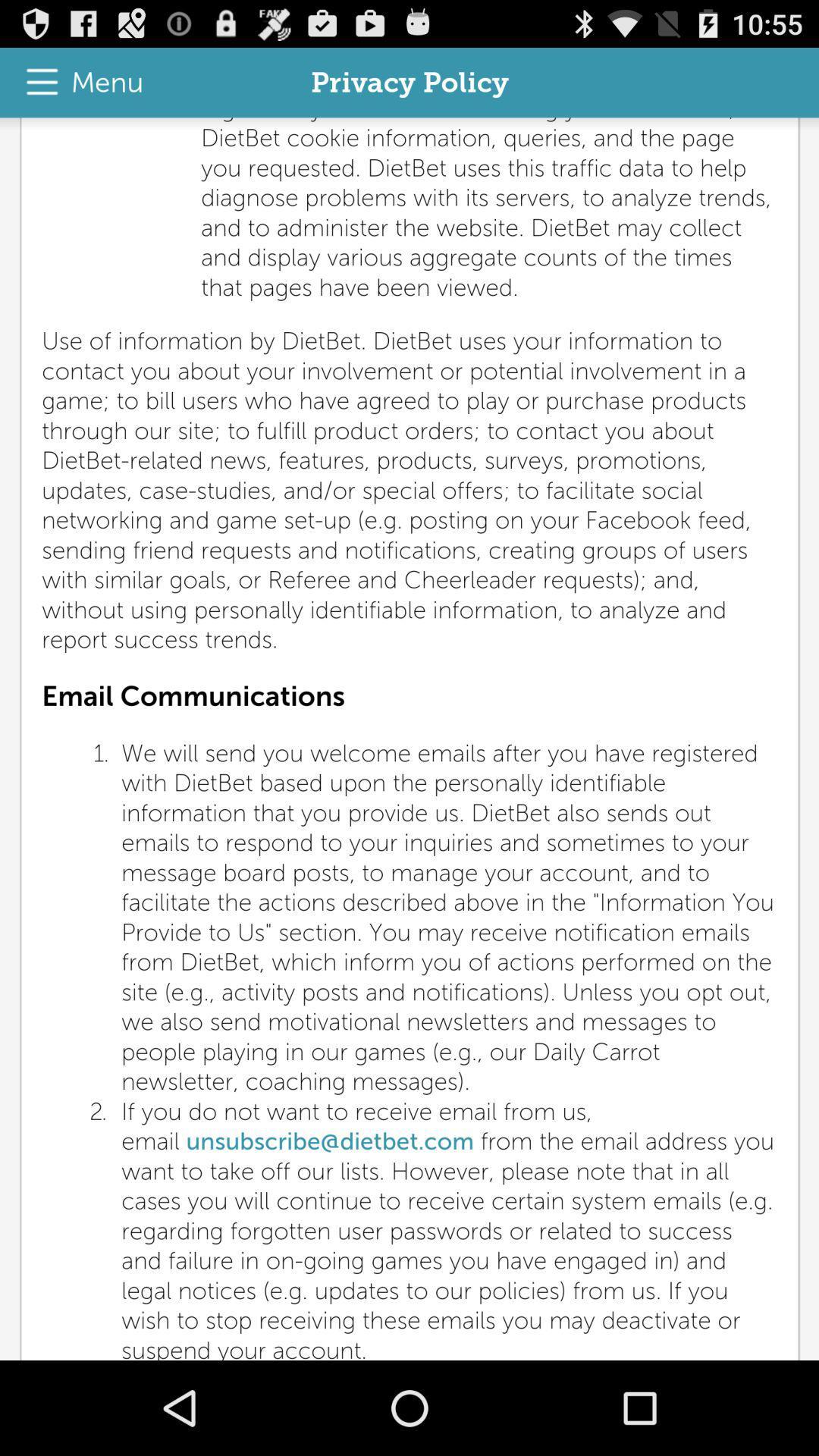 The width and height of the screenshot is (819, 1456). I want to click on read the tos, so click(409, 739).